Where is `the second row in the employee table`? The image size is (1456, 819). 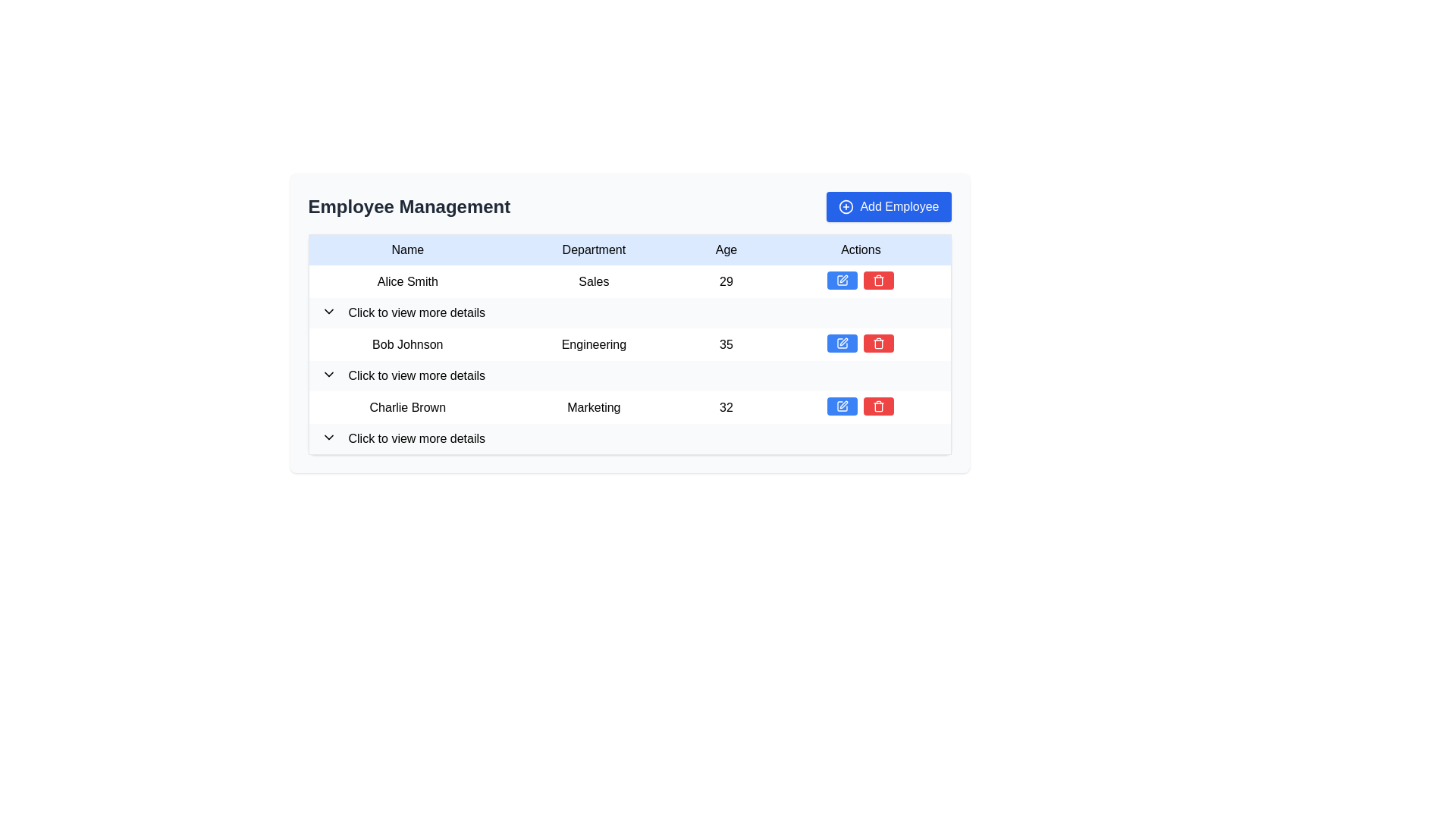 the second row in the employee table is located at coordinates (629, 359).